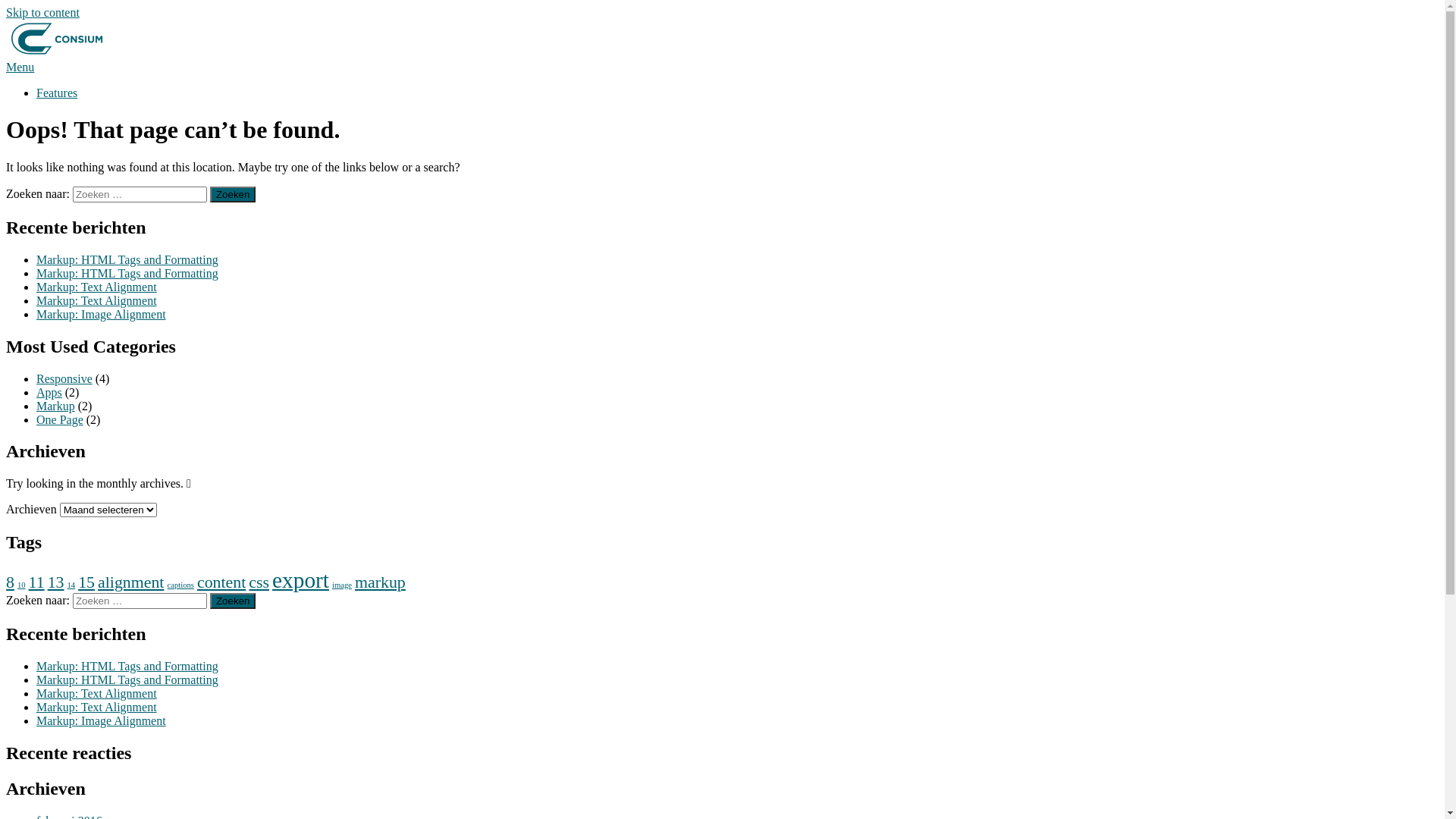  What do you see at coordinates (96, 693) in the screenshot?
I see `'Markup: Text Alignment'` at bounding box center [96, 693].